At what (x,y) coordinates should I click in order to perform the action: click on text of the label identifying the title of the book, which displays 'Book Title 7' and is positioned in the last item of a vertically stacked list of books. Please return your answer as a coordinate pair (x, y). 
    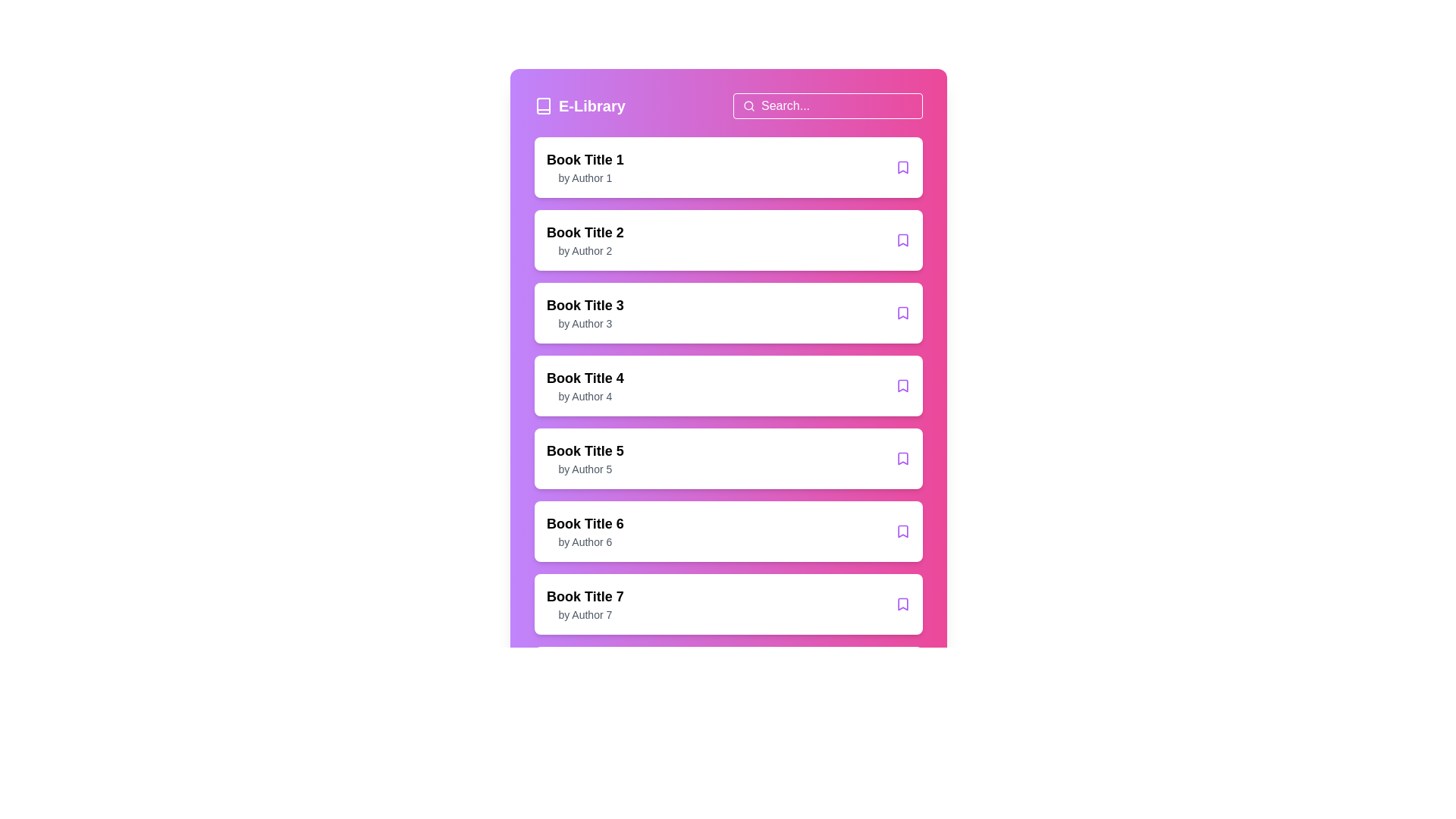
    Looking at the image, I should click on (584, 595).